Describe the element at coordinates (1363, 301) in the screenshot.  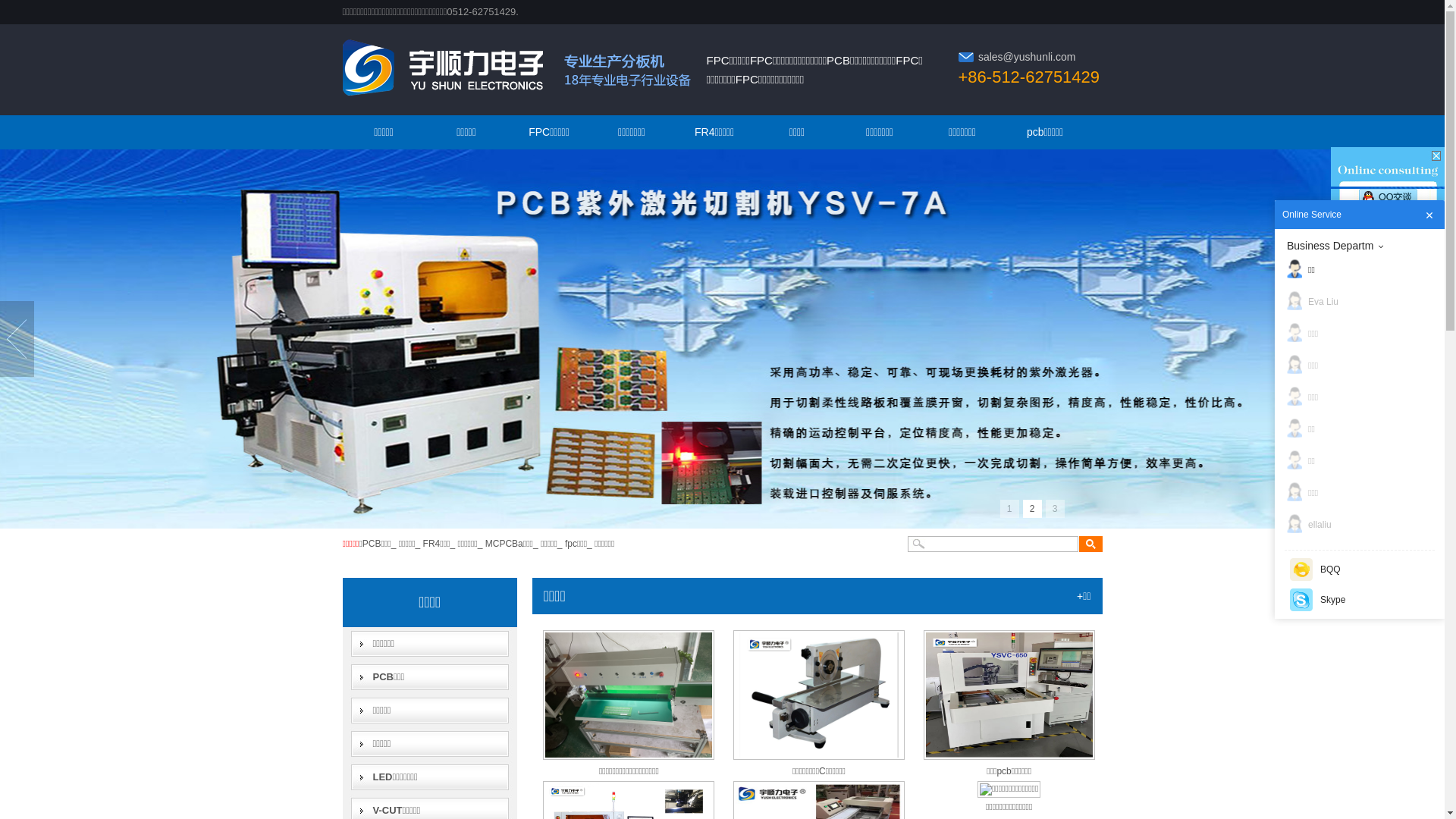
I see `'Eva Liu'` at that location.